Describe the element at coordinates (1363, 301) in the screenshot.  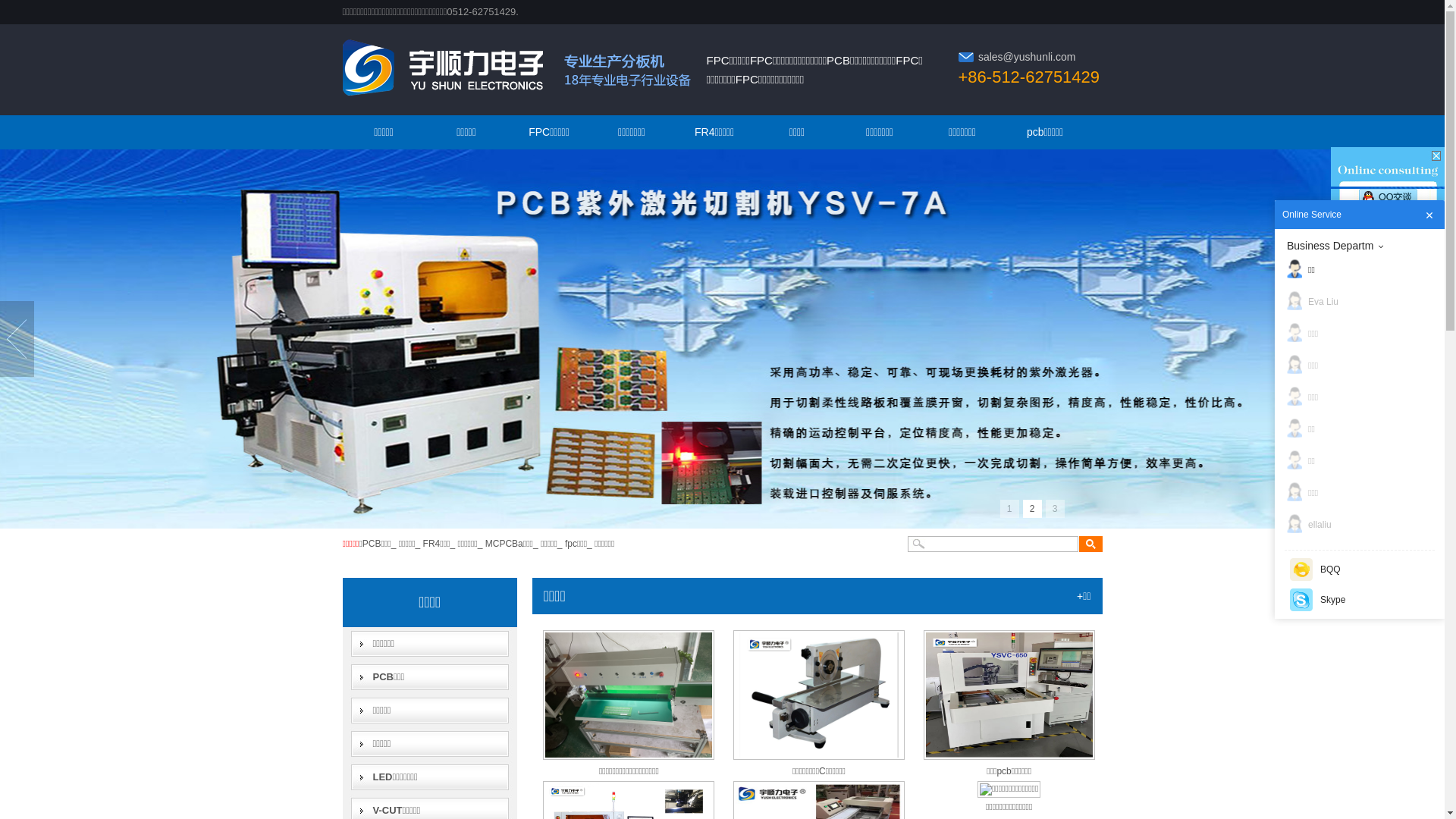
I see `'Eva Liu'` at that location.